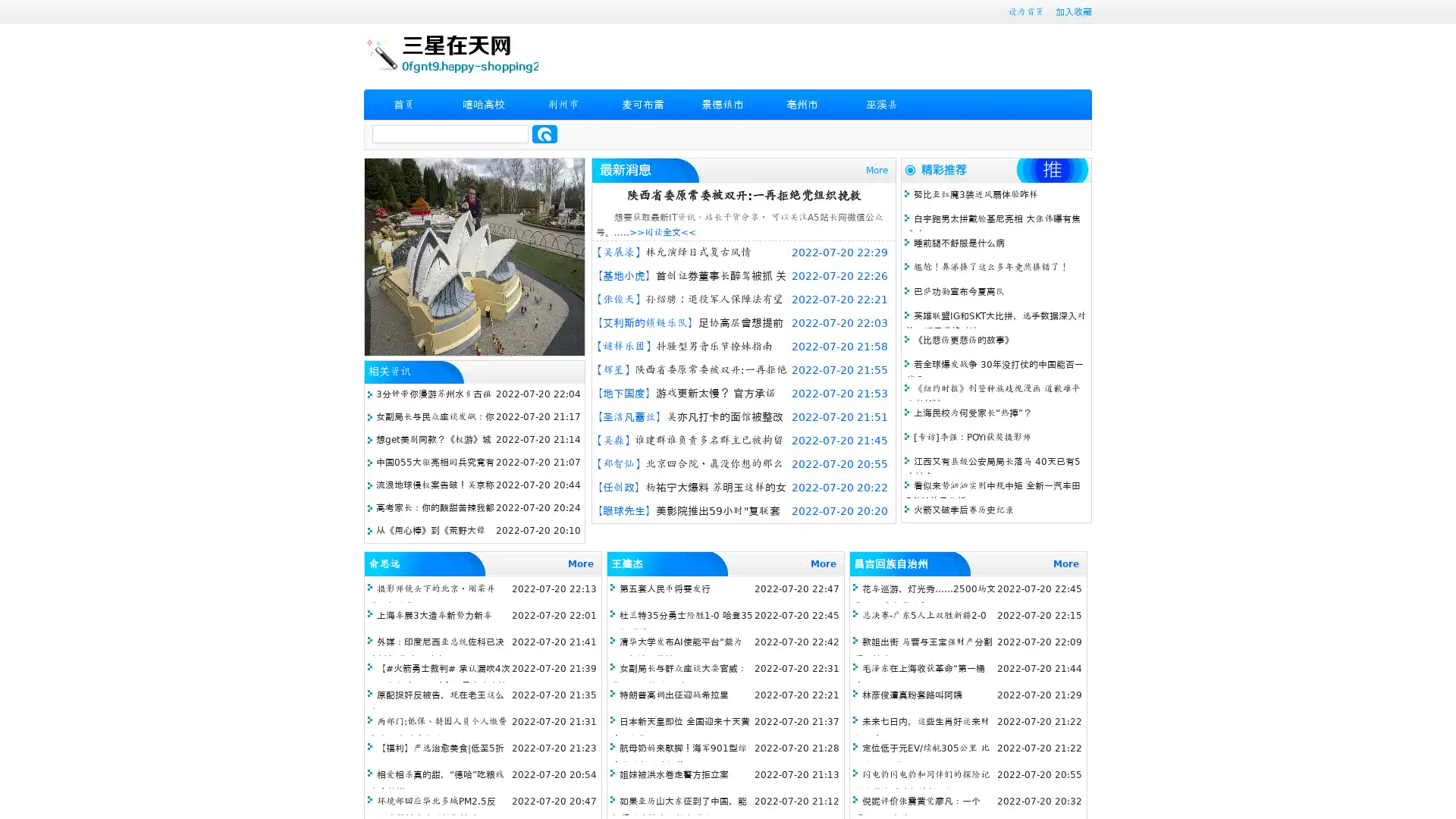 This screenshot has height=819, width=1456. What do you see at coordinates (544, 133) in the screenshot?
I see `Search` at bounding box center [544, 133].